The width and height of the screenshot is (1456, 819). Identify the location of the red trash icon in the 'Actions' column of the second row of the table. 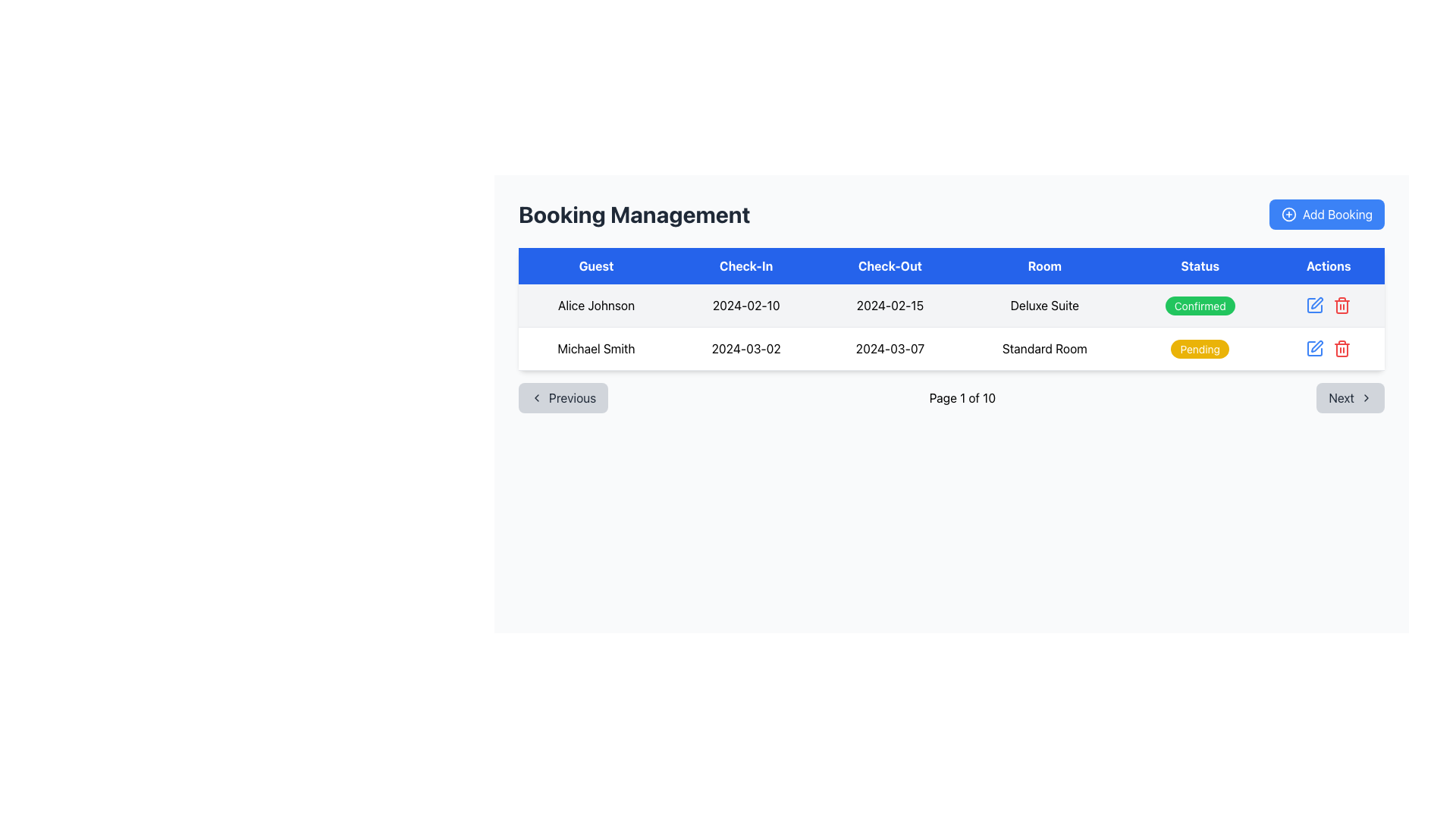
(1342, 305).